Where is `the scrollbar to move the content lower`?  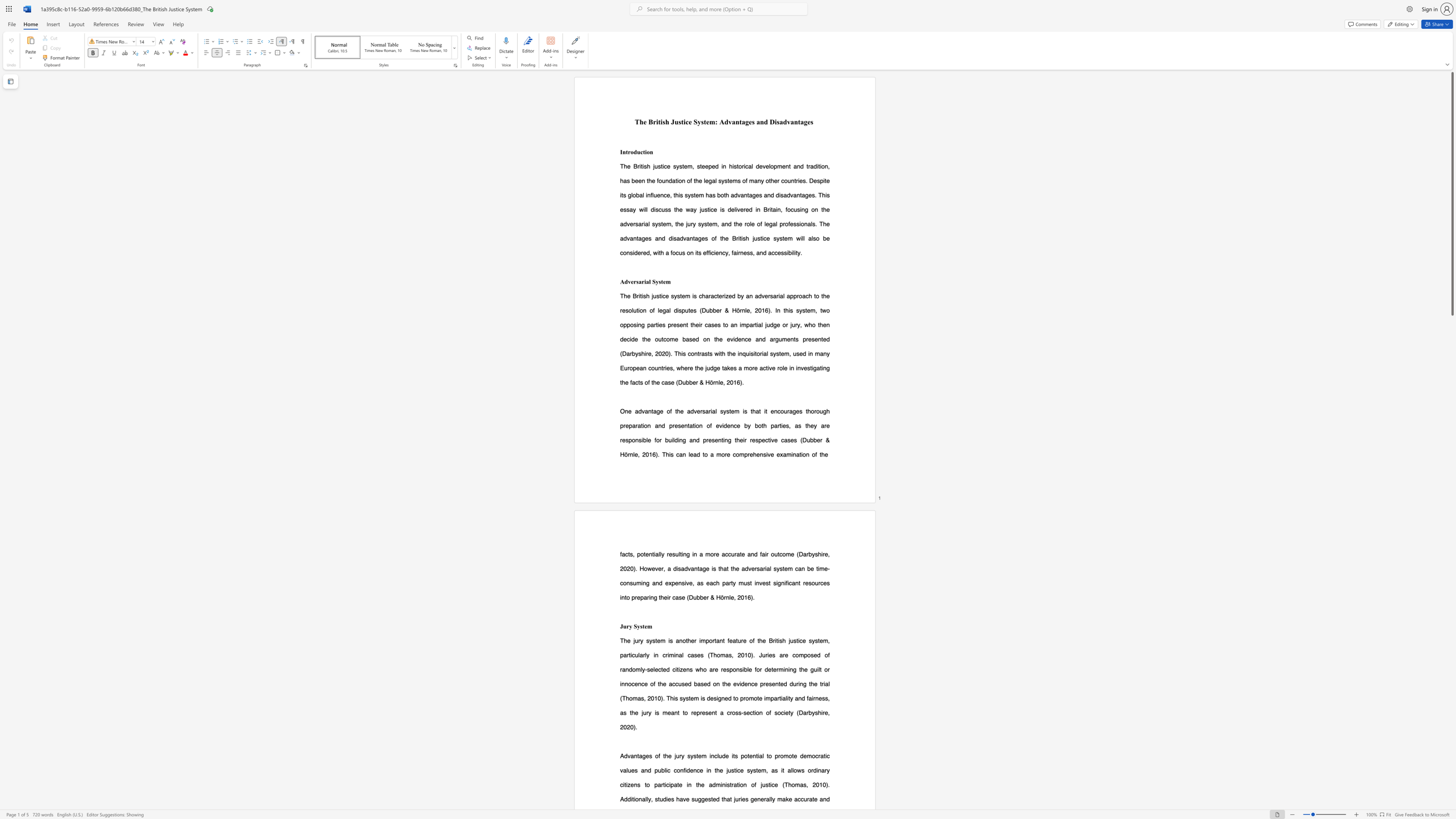 the scrollbar to move the content lower is located at coordinates (1451, 575).